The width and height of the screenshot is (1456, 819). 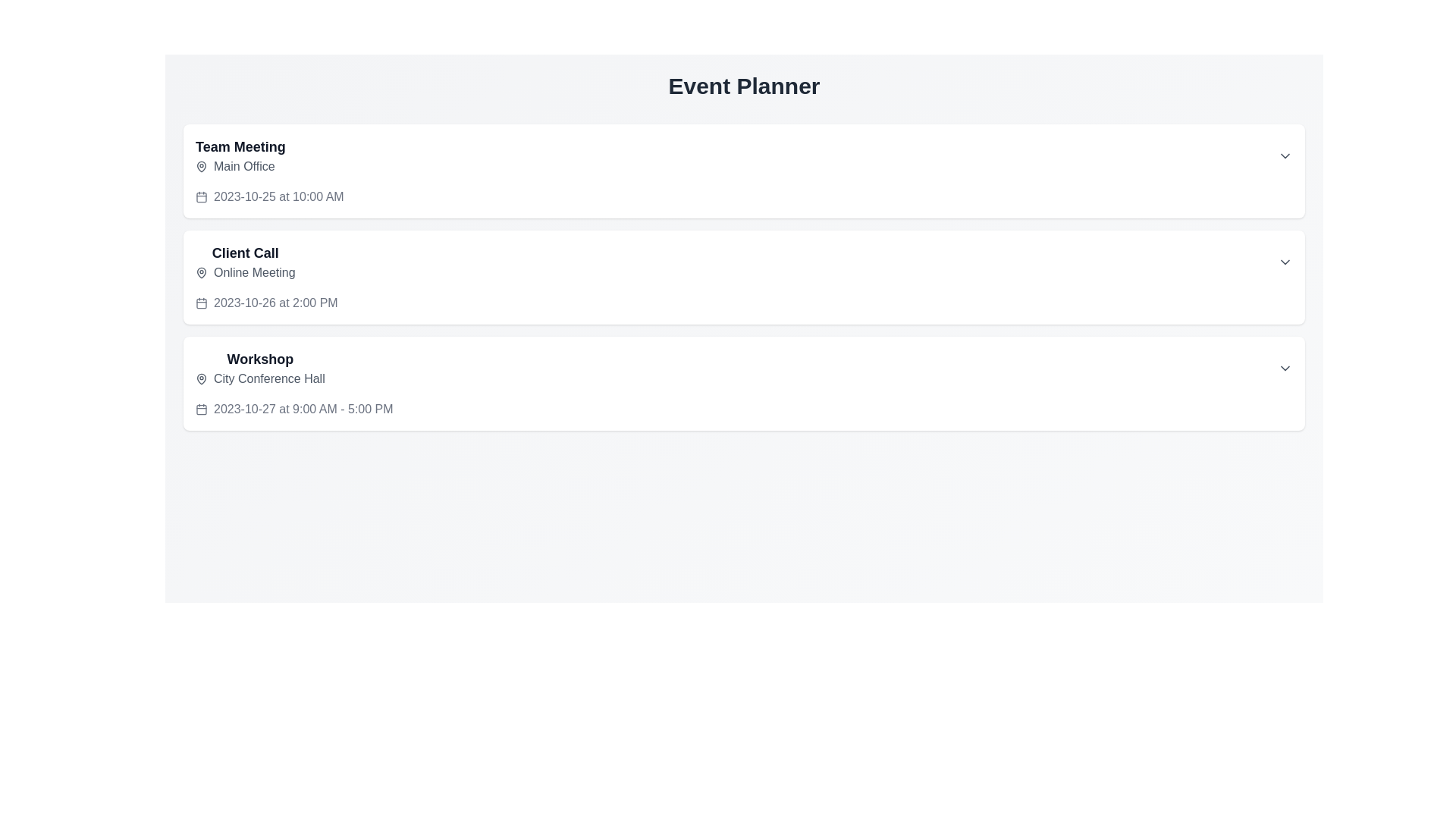 What do you see at coordinates (200, 196) in the screenshot?
I see `the decorative element inside the calendar icon, which is a rectangular shape with slightly rounded corners, filled with a solid color, located at the beginning of each event description area` at bounding box center [200, 196].